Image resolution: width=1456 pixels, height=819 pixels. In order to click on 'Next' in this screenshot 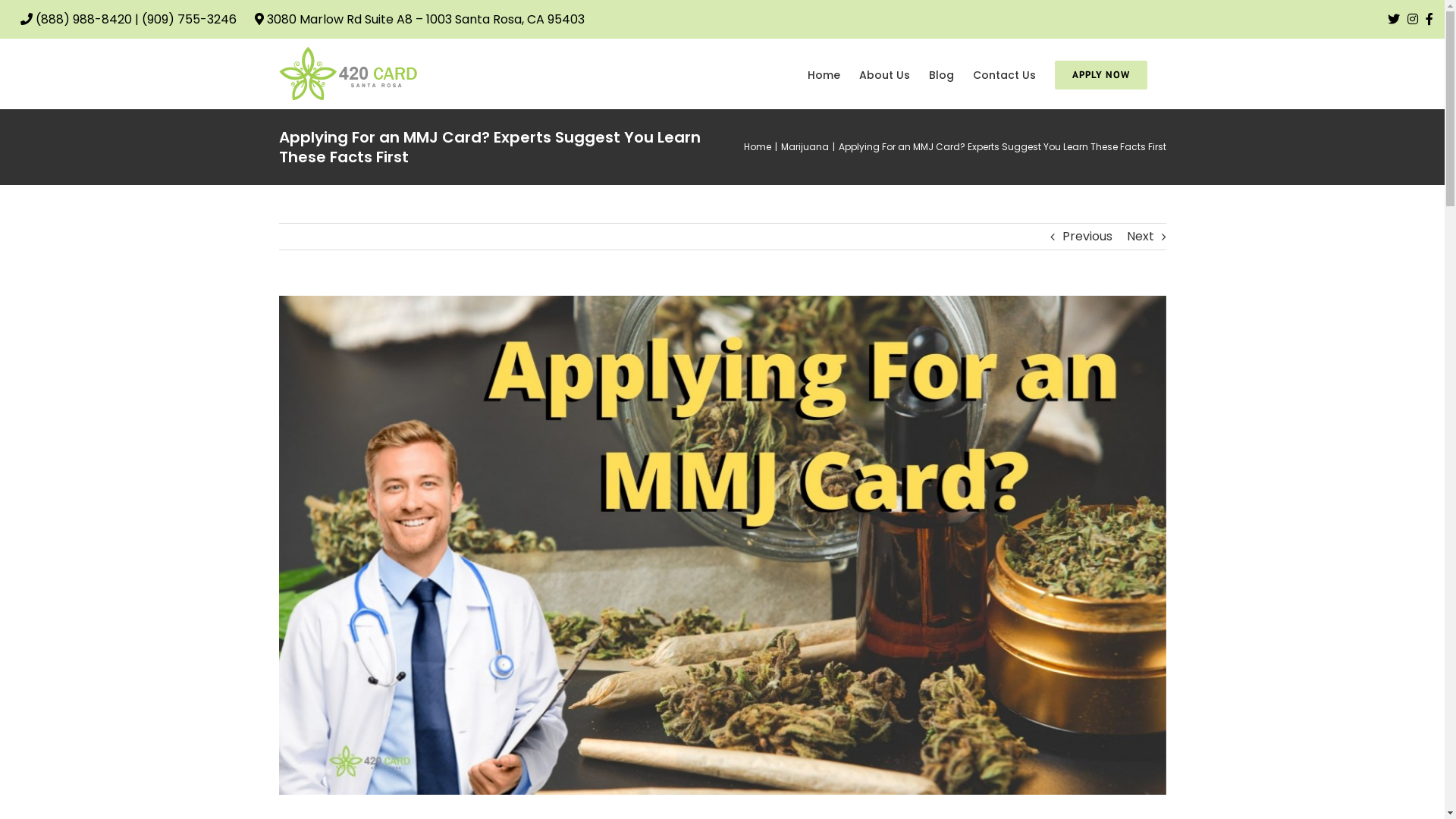, I will do `click(1140, 237)`.